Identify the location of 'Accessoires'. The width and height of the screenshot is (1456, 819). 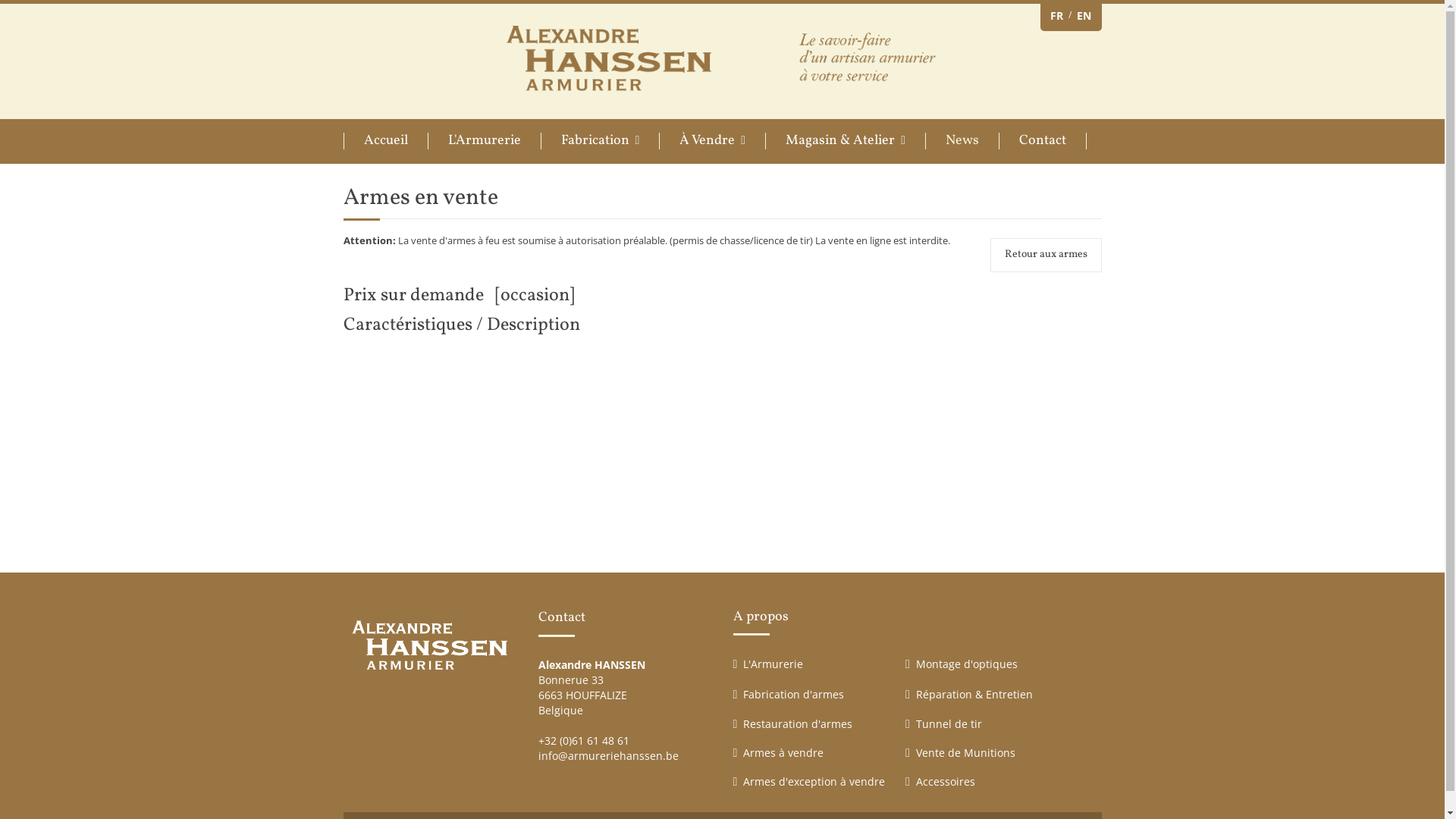
(945, 781).